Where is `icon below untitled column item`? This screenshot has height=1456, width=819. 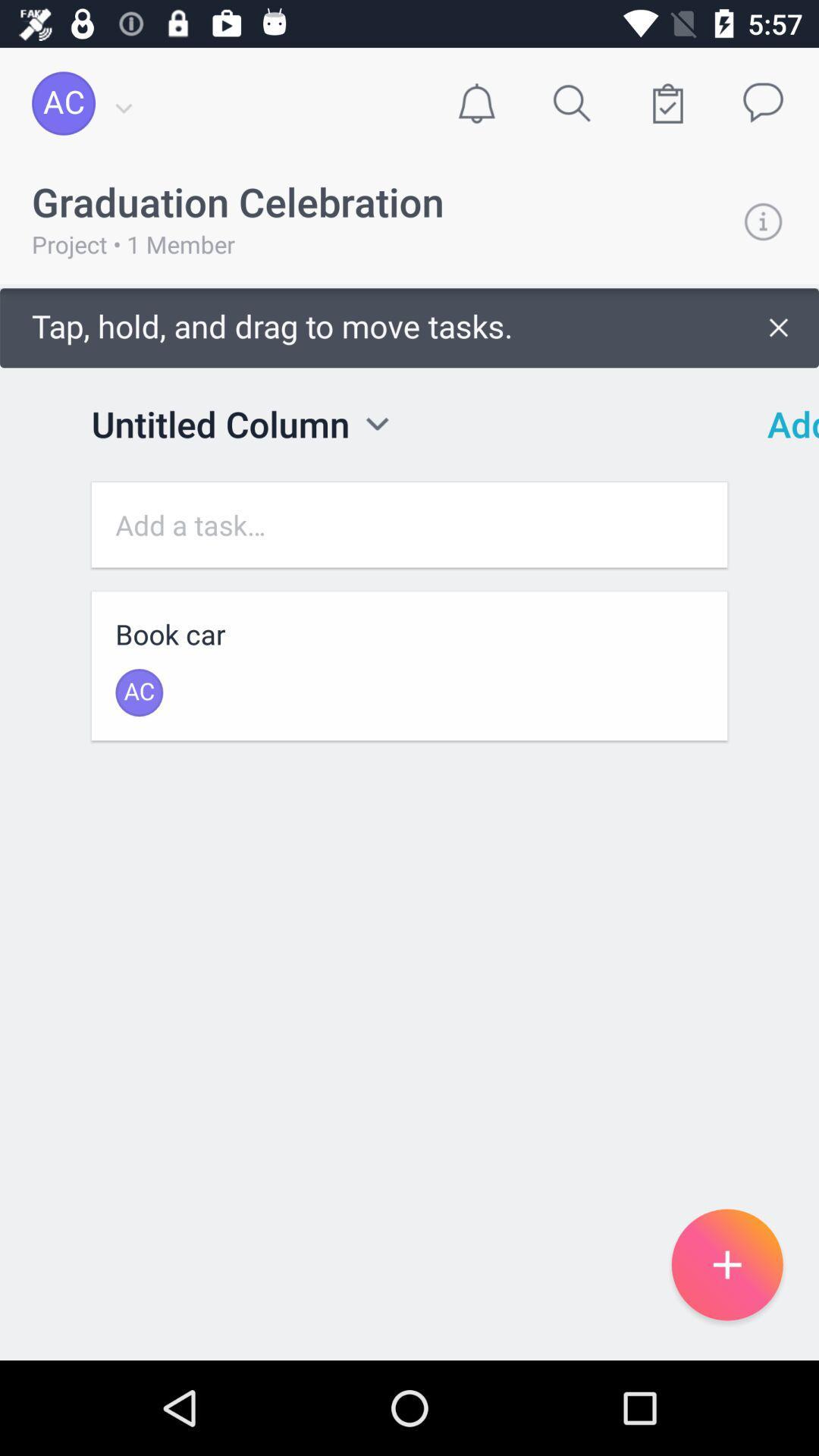 icon below untitled column item is located at coordinates (409, 525).